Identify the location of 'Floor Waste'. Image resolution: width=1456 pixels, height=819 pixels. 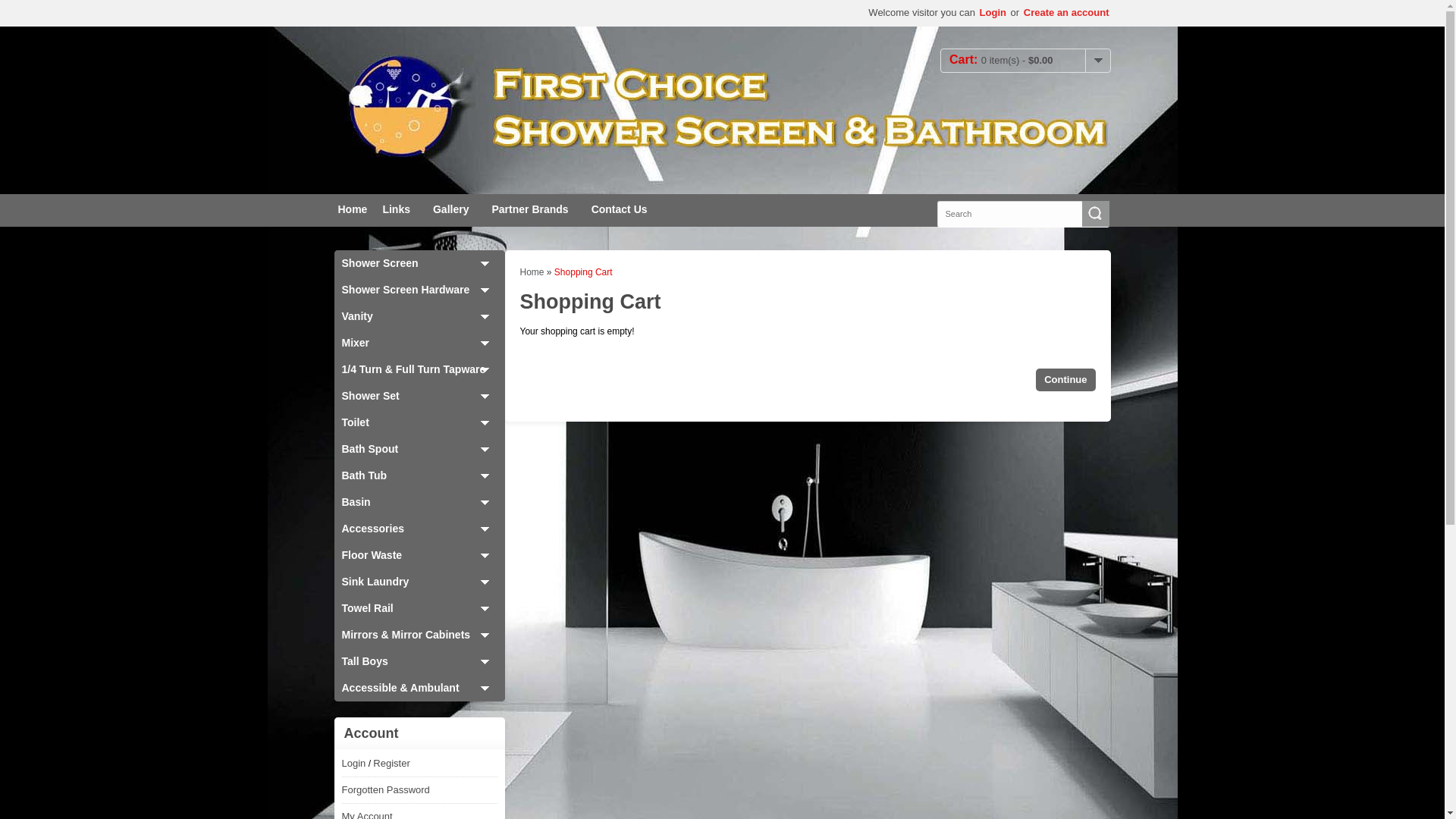
(333, 555).